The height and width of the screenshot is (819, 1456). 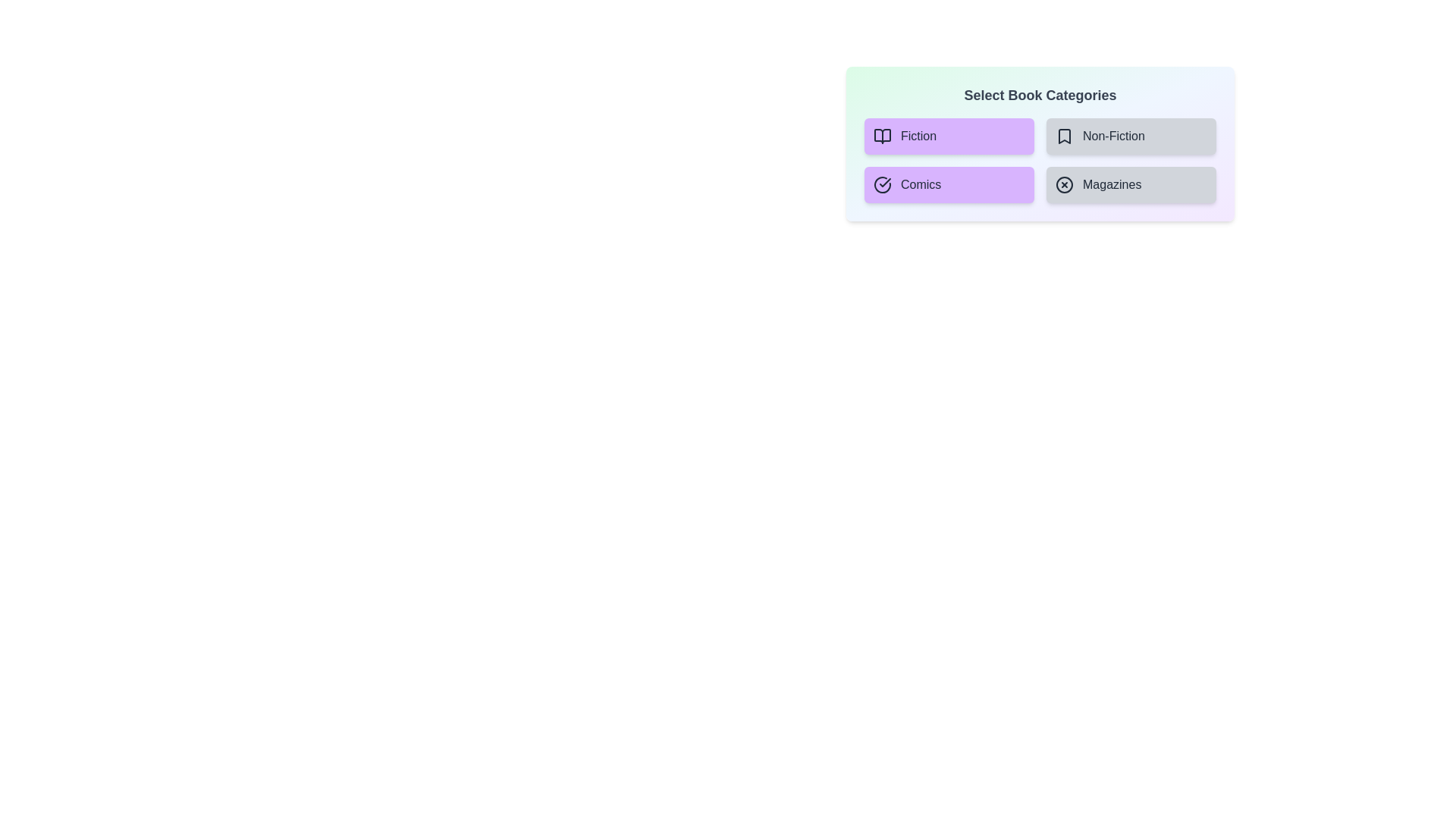 I want to click on the category Non-Fiction to see its hover effect, so click(x=1131, y=136).